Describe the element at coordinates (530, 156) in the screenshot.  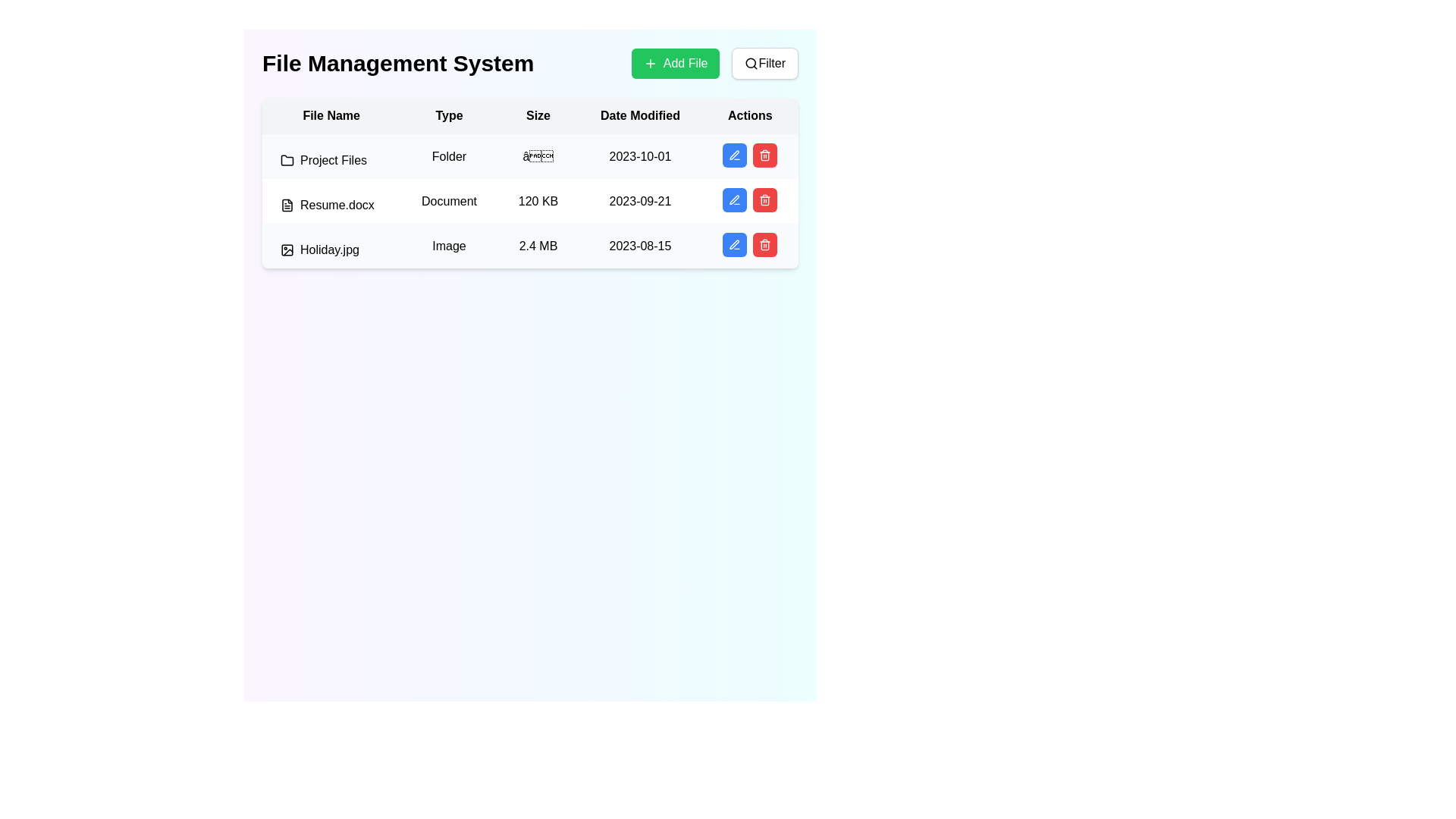
I see `the 'Size' column entry in the first row of the table that contains a dash symbol ('—'), located between the 'Folder' entry and the date '2023-10-01'` at that location.